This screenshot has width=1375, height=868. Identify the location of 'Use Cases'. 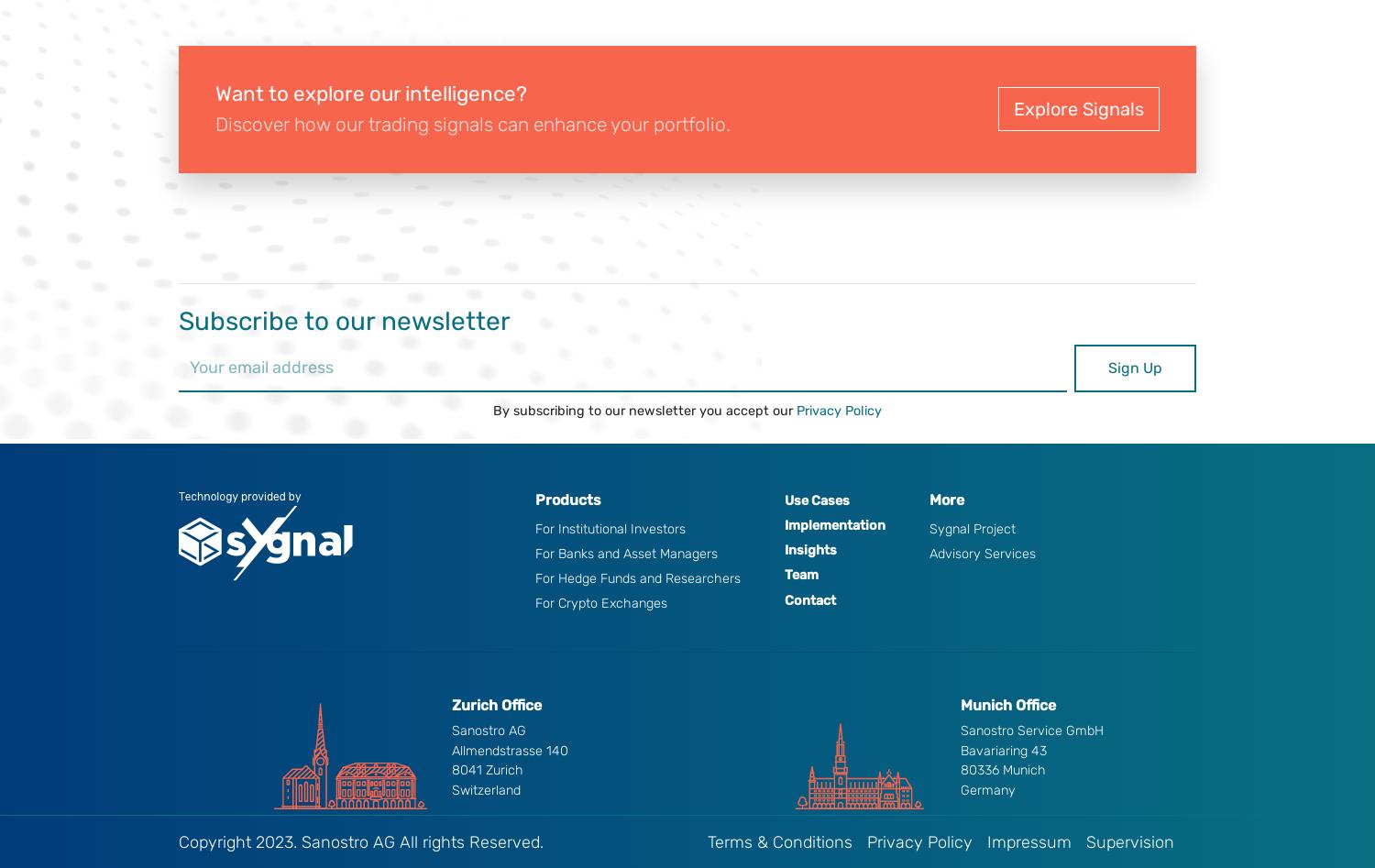
(816, 499).